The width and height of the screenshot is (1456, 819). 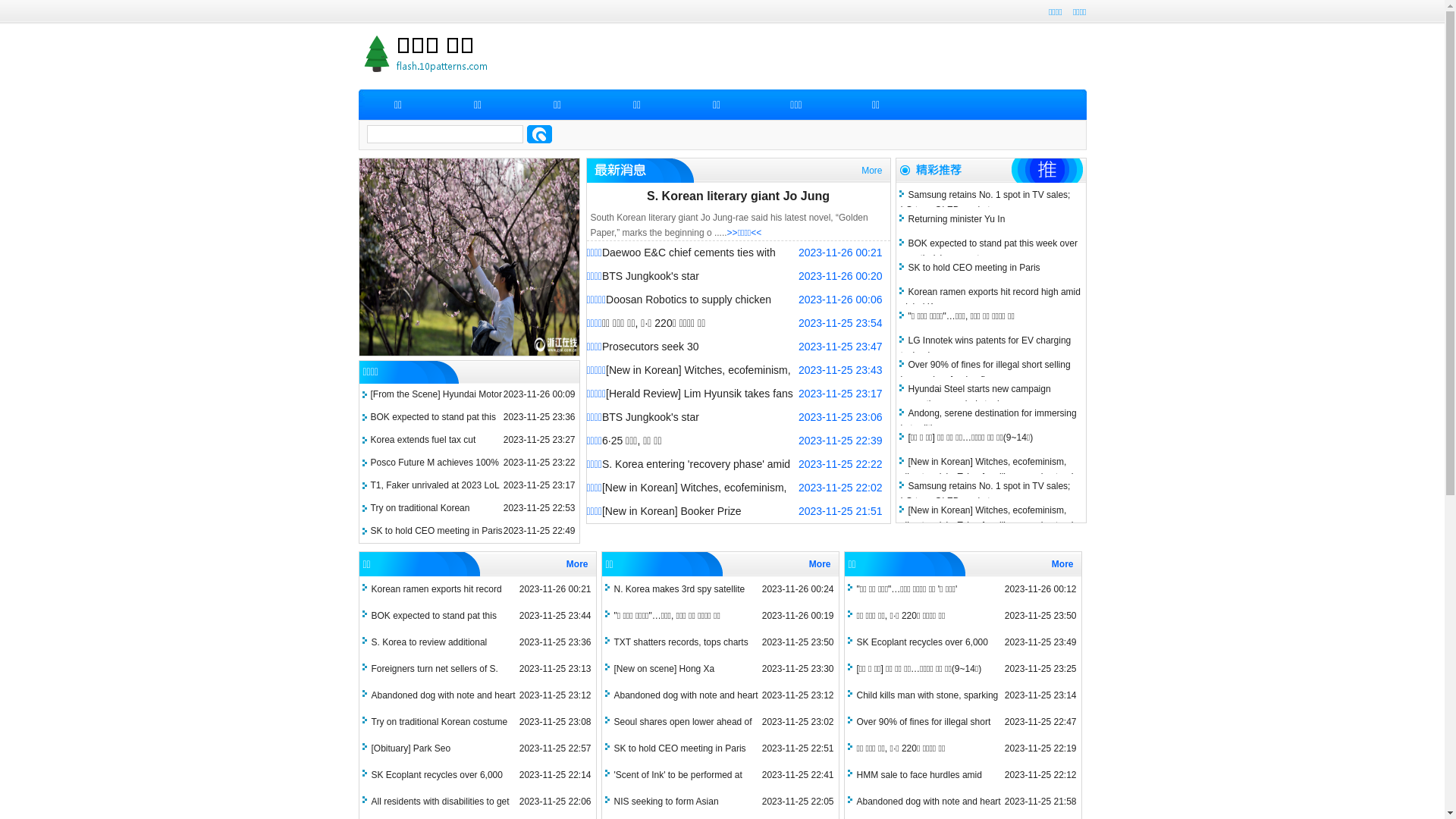 I want to click on 'Abandoned dog with note and heart sparks anger', so click(x=439, y=704).